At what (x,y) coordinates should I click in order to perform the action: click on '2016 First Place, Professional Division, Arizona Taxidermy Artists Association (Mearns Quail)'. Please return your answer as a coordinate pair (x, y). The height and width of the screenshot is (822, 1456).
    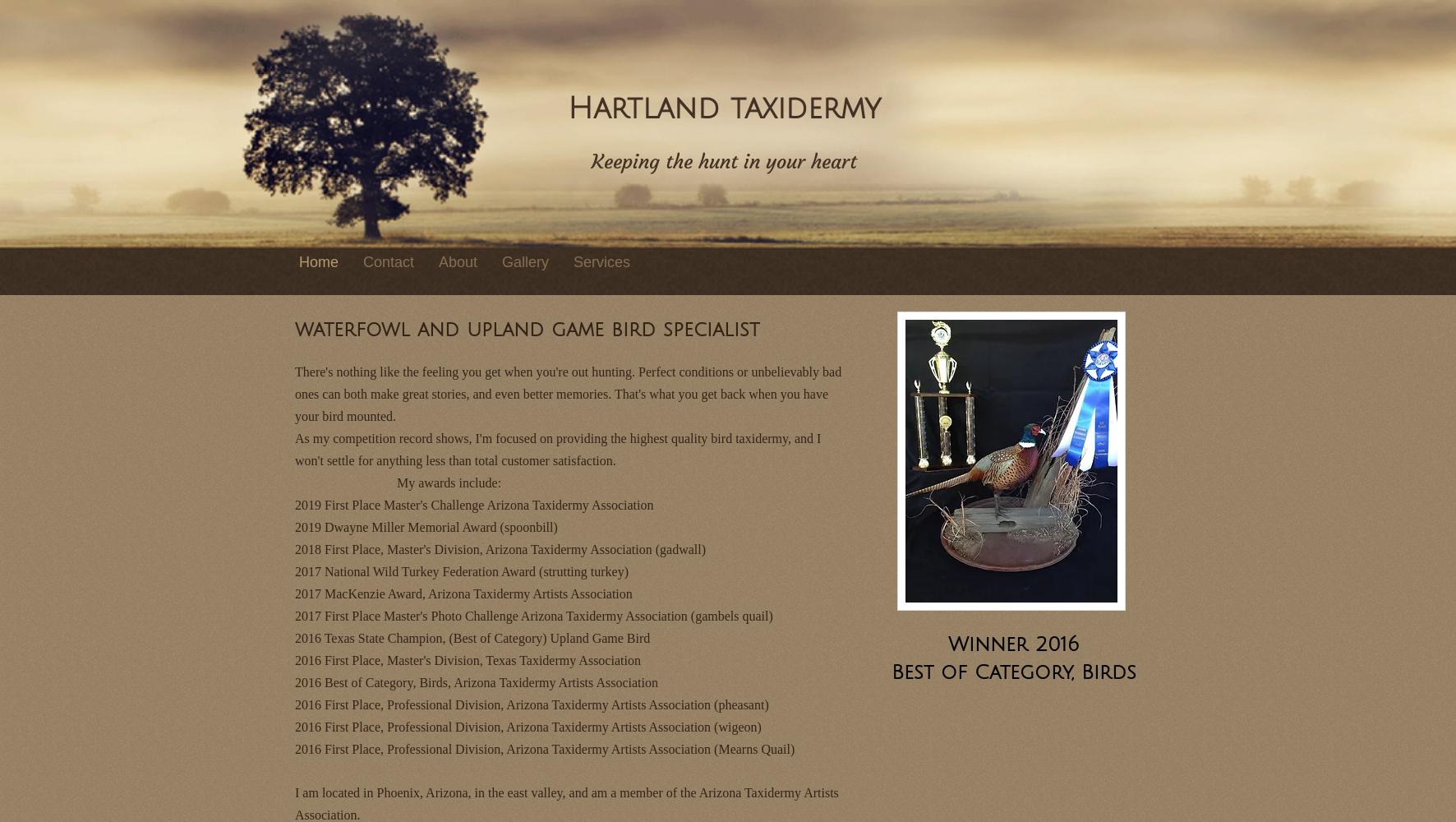
    Looking at the image, I should click on (295, 748).